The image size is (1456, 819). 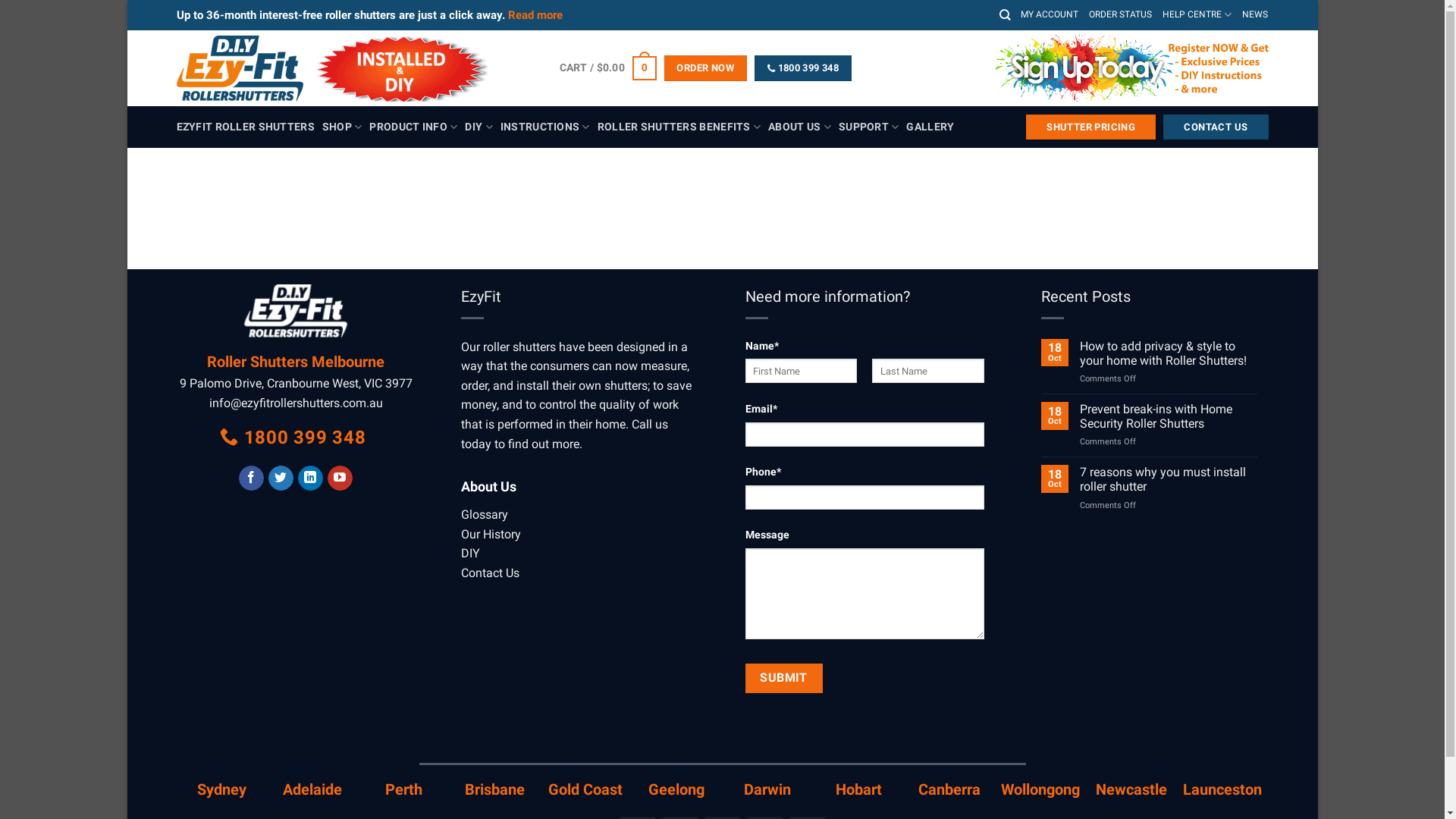 What do you see at coordinates (802, 67) in the screenshot?
I see `' 1800 399 348'` at bounding box center [802, 67].